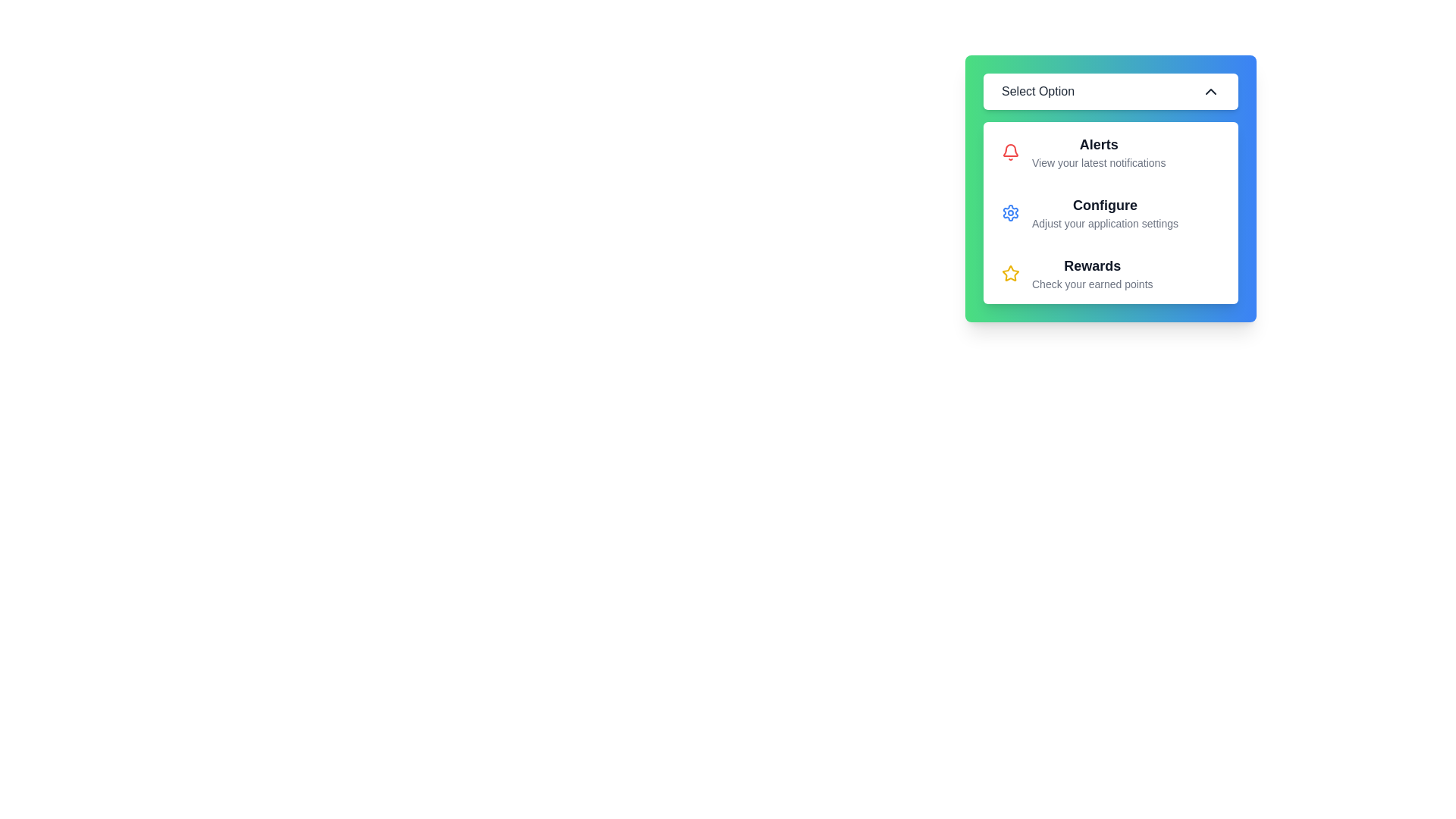  I want to click on the text label that serves as a placeholder inside the dropdown list, which describes the purpose or current state of the dropdown, so click(1037, 91).